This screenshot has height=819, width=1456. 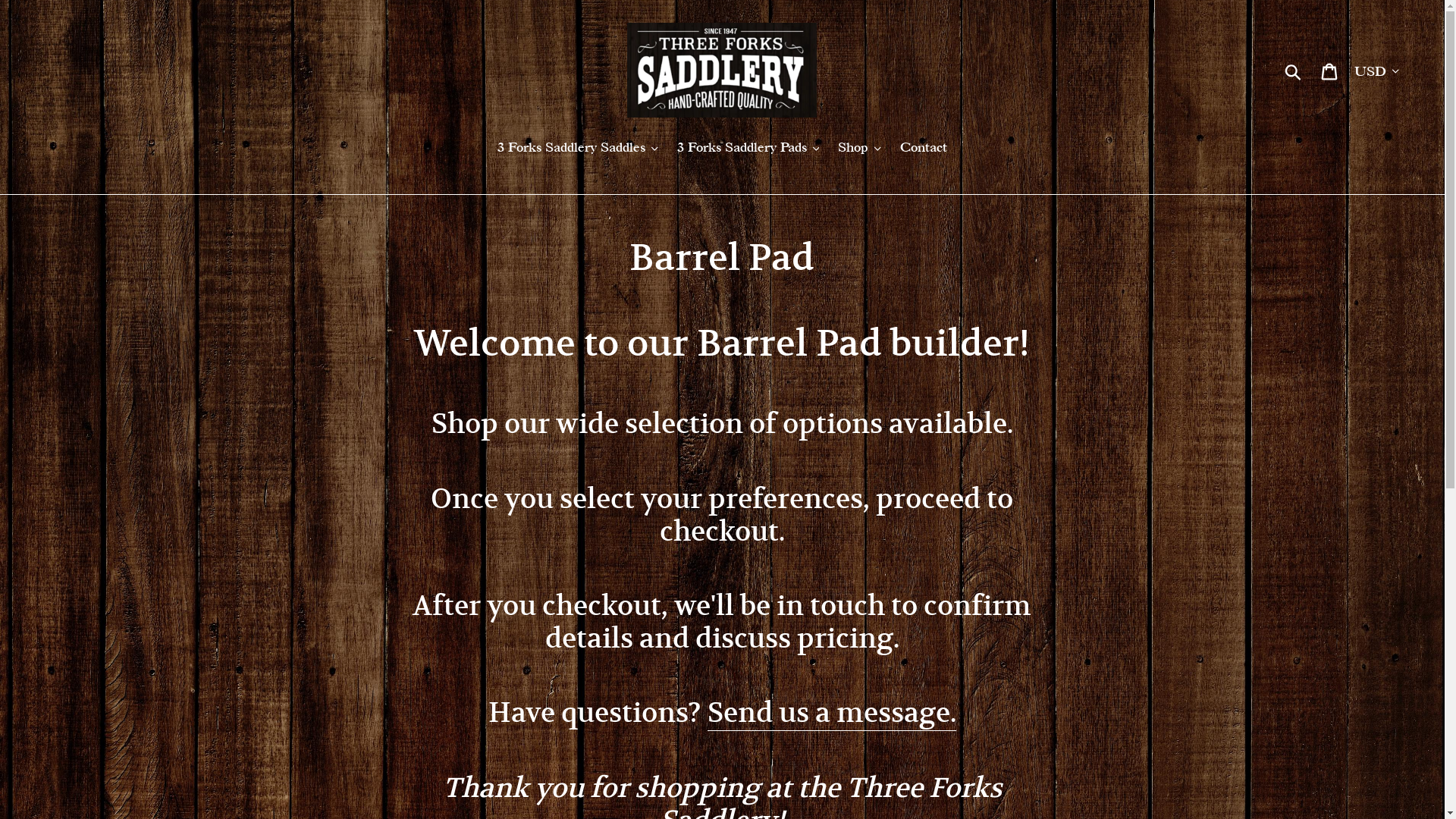 I want to click on 'Contact', so click(x=923, y=148).